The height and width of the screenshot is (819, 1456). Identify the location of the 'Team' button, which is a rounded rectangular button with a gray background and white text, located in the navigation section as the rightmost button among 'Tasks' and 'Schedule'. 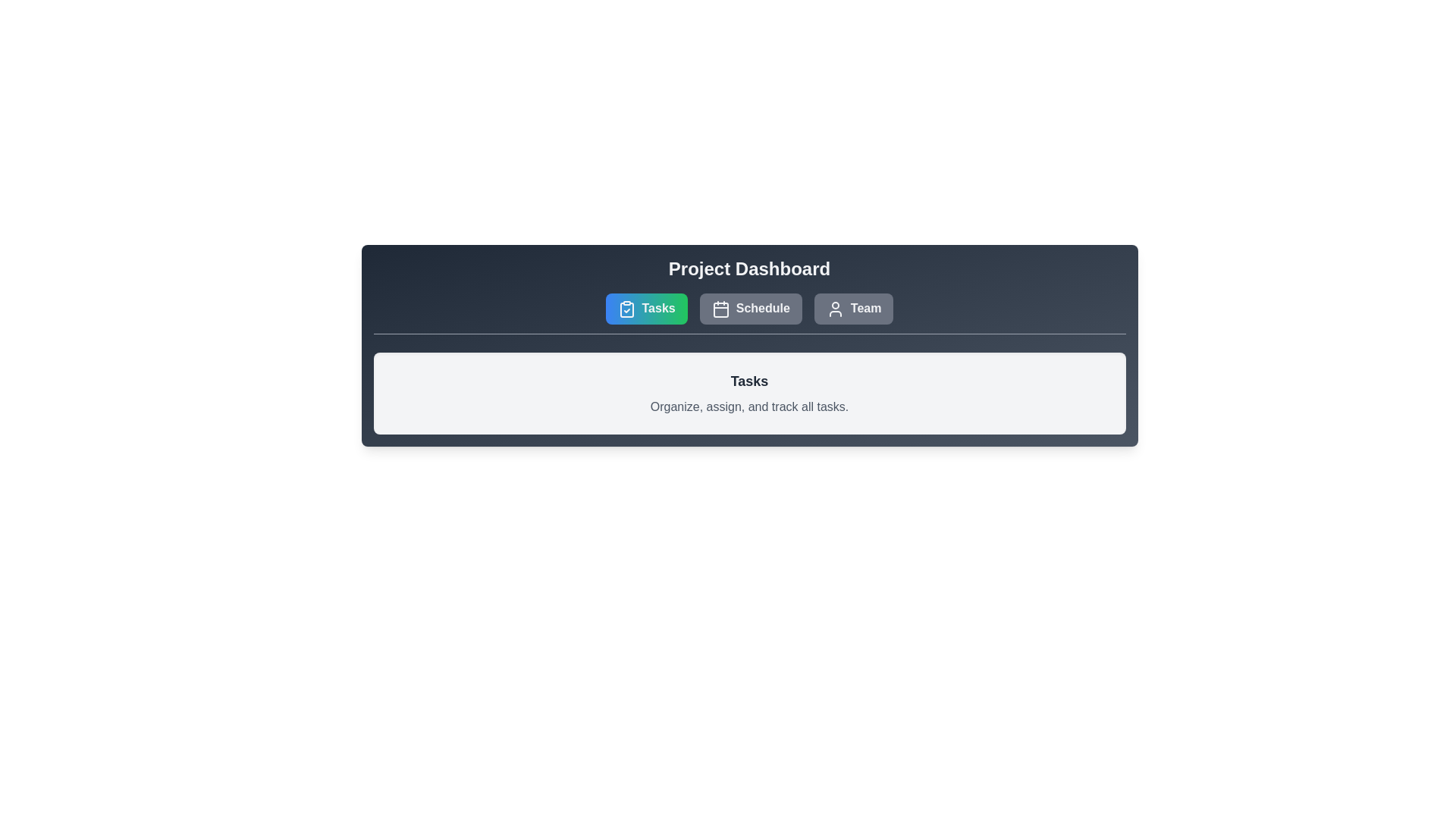
(854, 308).